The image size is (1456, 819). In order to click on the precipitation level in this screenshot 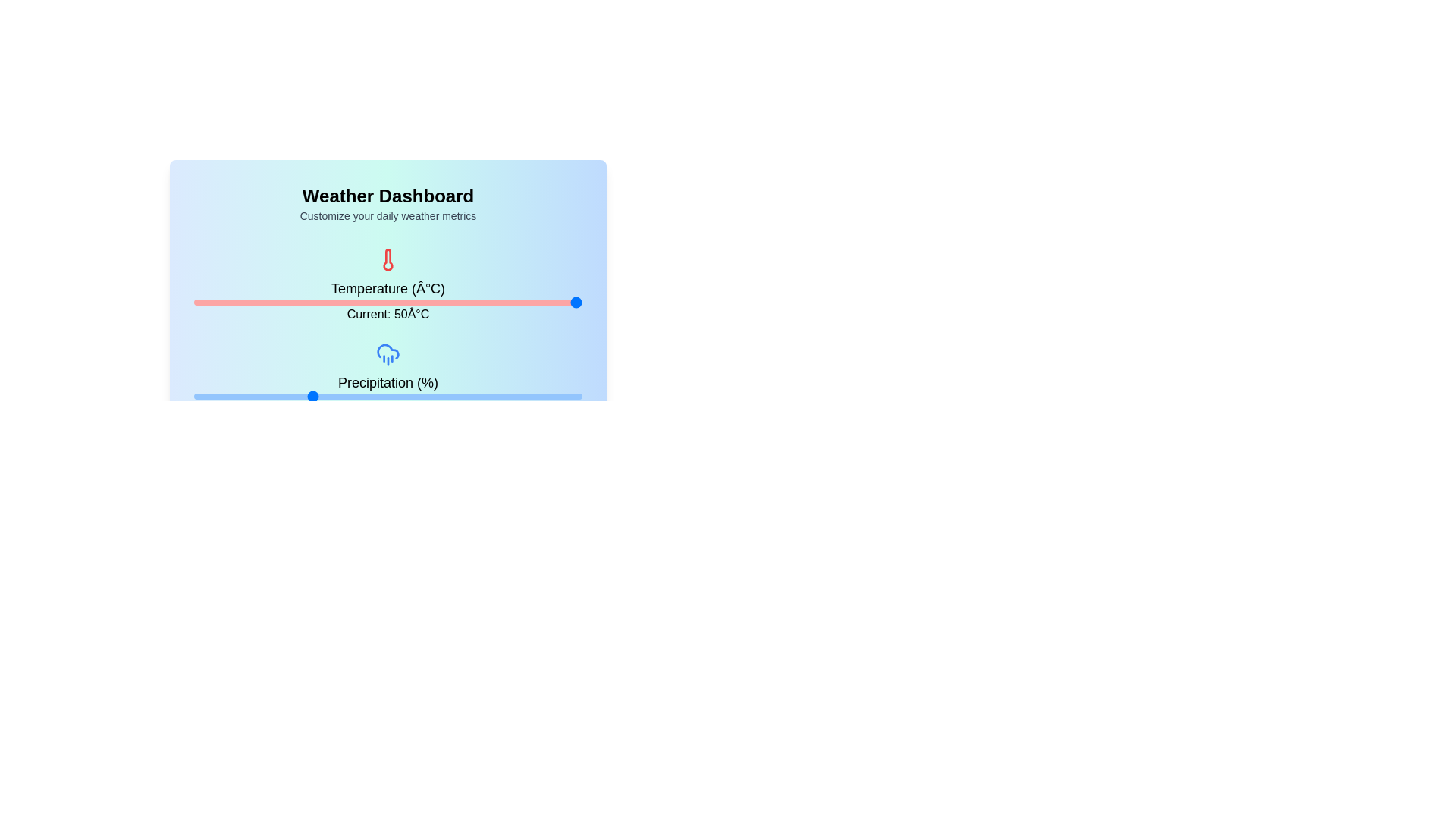, I will do `click(295, 396)`.